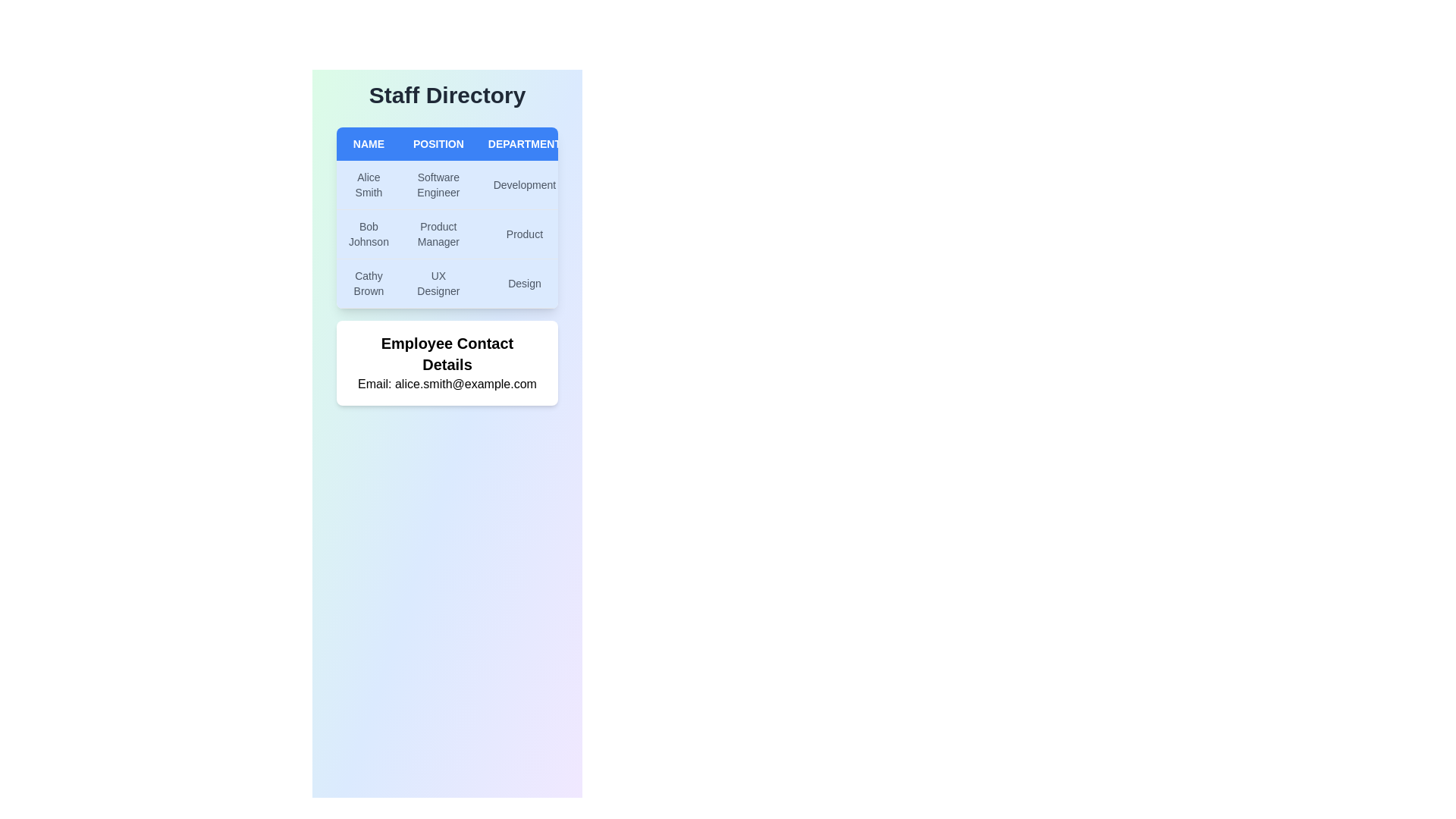 The width and height of the screenshot is (1456, 819). Describe the element at coordinates (447, 383) in the screenshot. I see `the email address 'alice.smith@example.com' displayed in the Plain Text element located within the 'Employee Contact Details' card` at that location.